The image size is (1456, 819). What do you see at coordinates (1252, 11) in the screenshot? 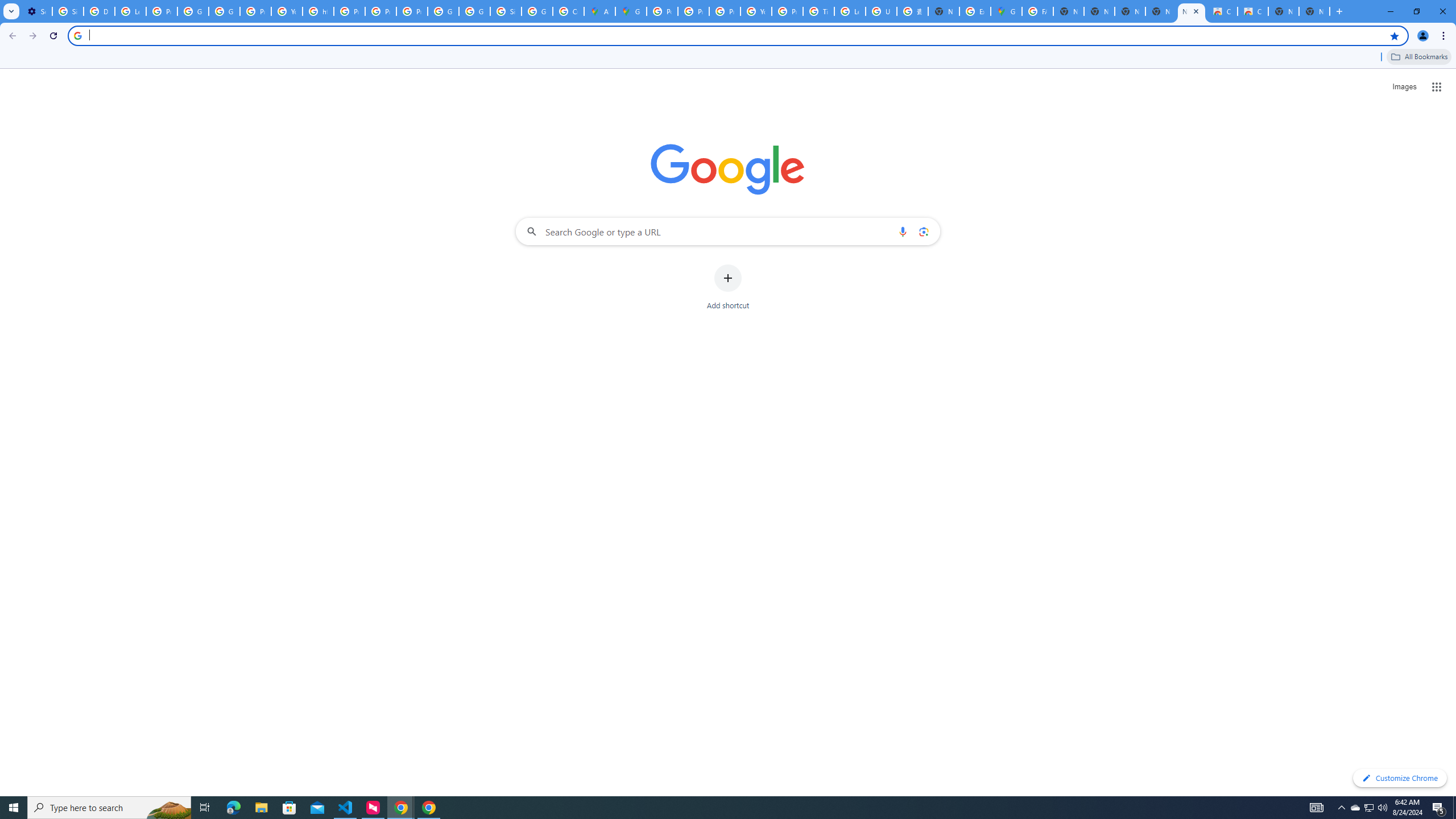
I see `'Classic Blue - Chrome Web Store'` at bounding box center [1252, 11].